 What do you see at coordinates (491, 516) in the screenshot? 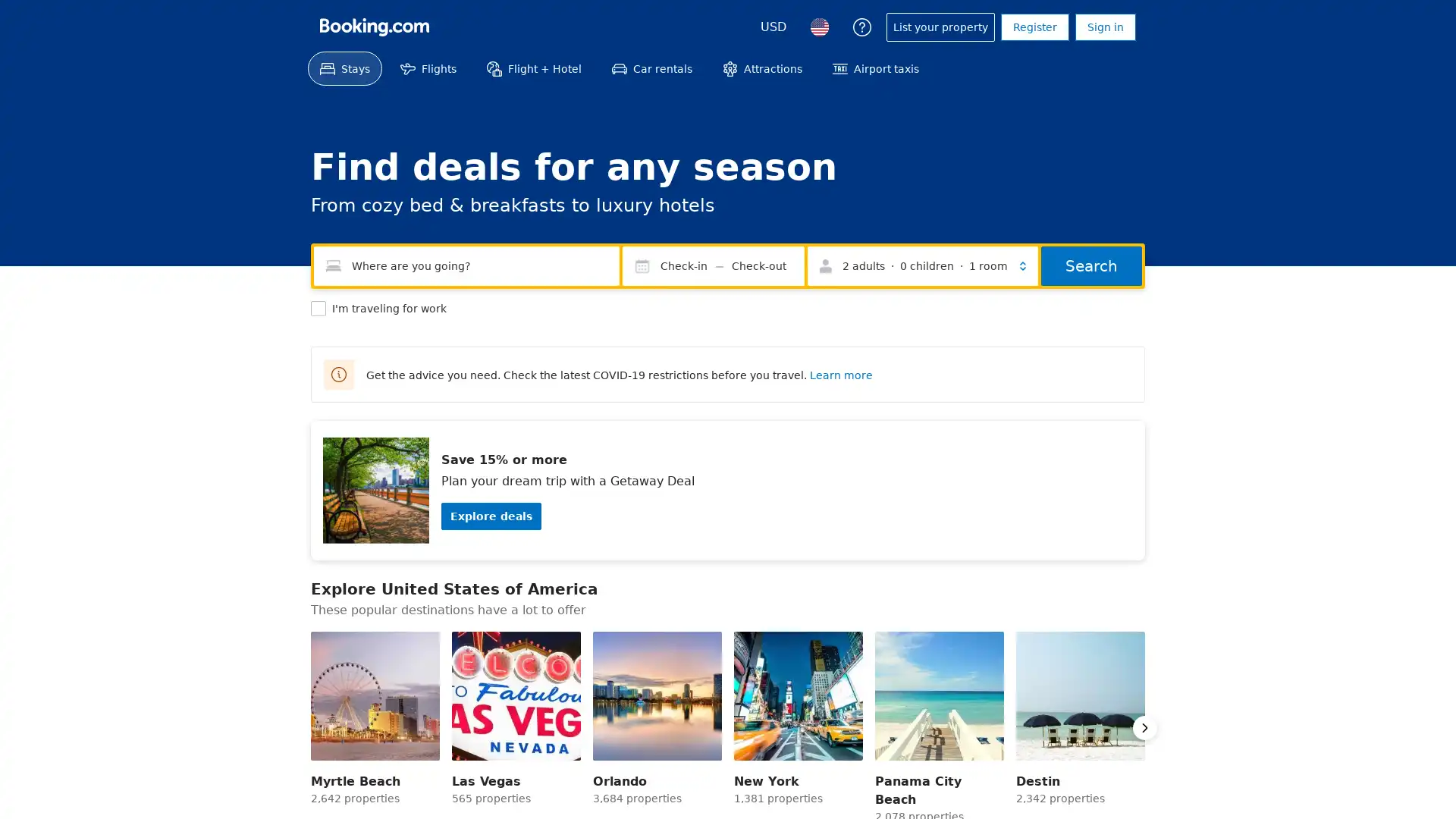
I see `Explore deals` at bounding box center [491, 516].